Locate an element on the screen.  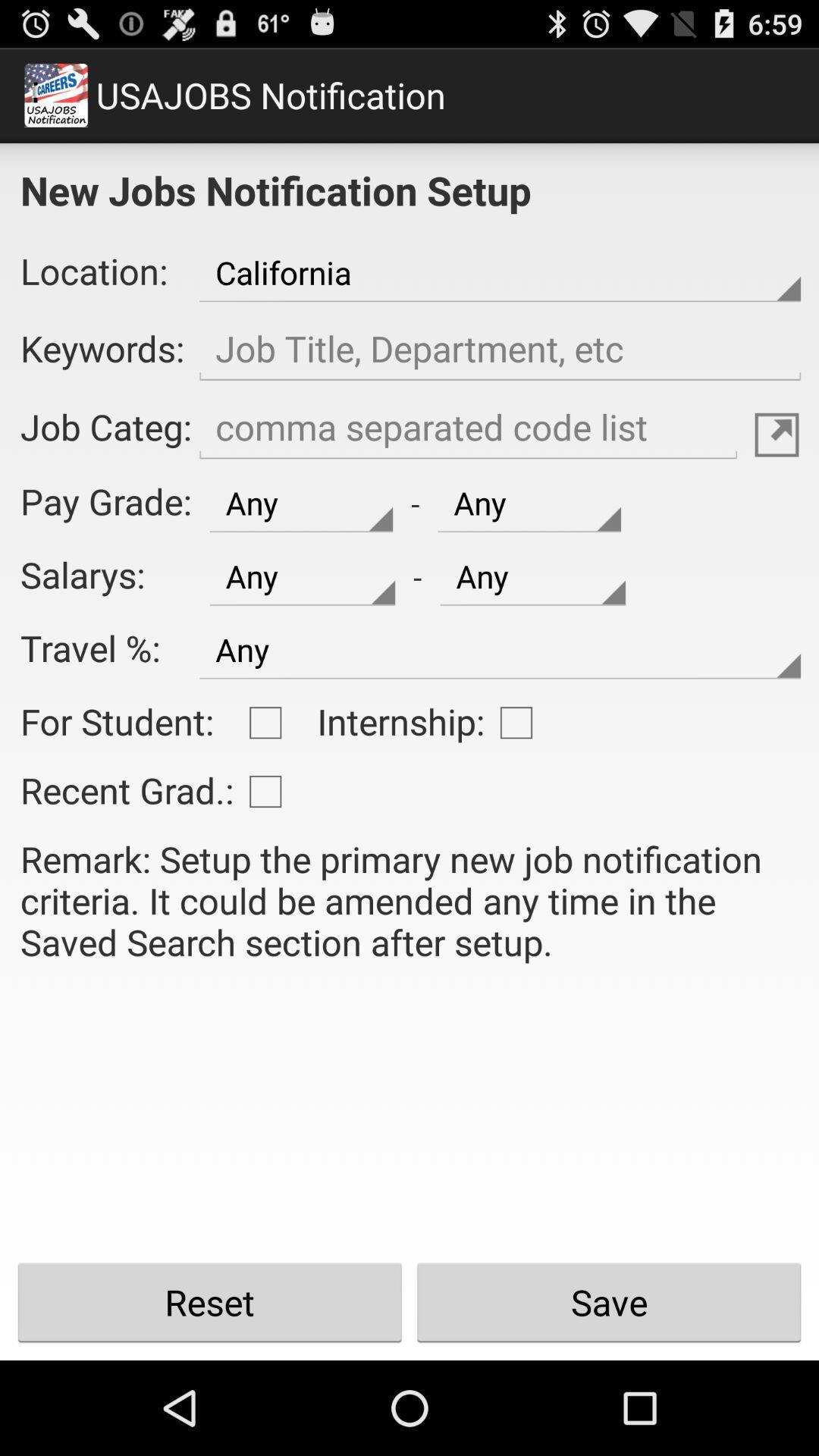
the any option to the left of salarys text is located at coordinates (302, 576).